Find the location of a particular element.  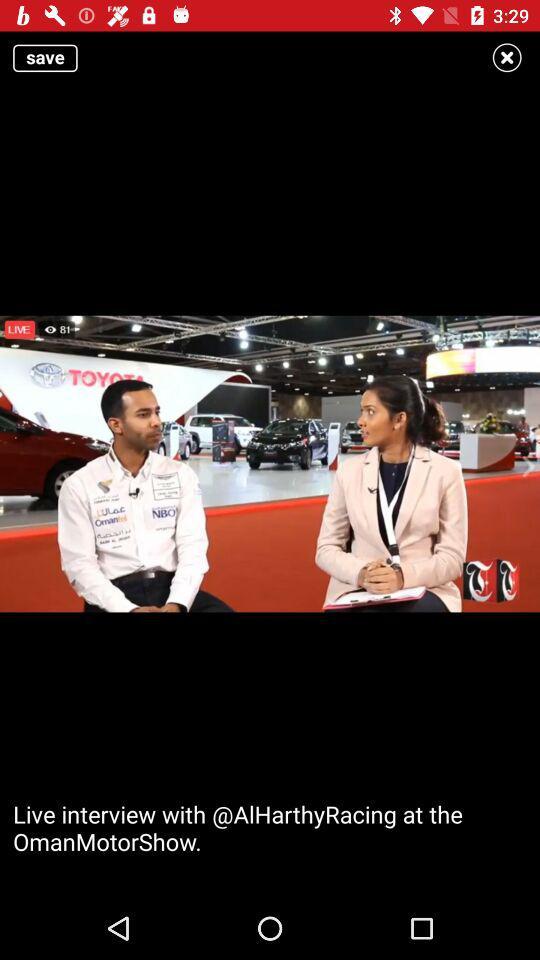

the close icon is located at coordinates (498, 62).